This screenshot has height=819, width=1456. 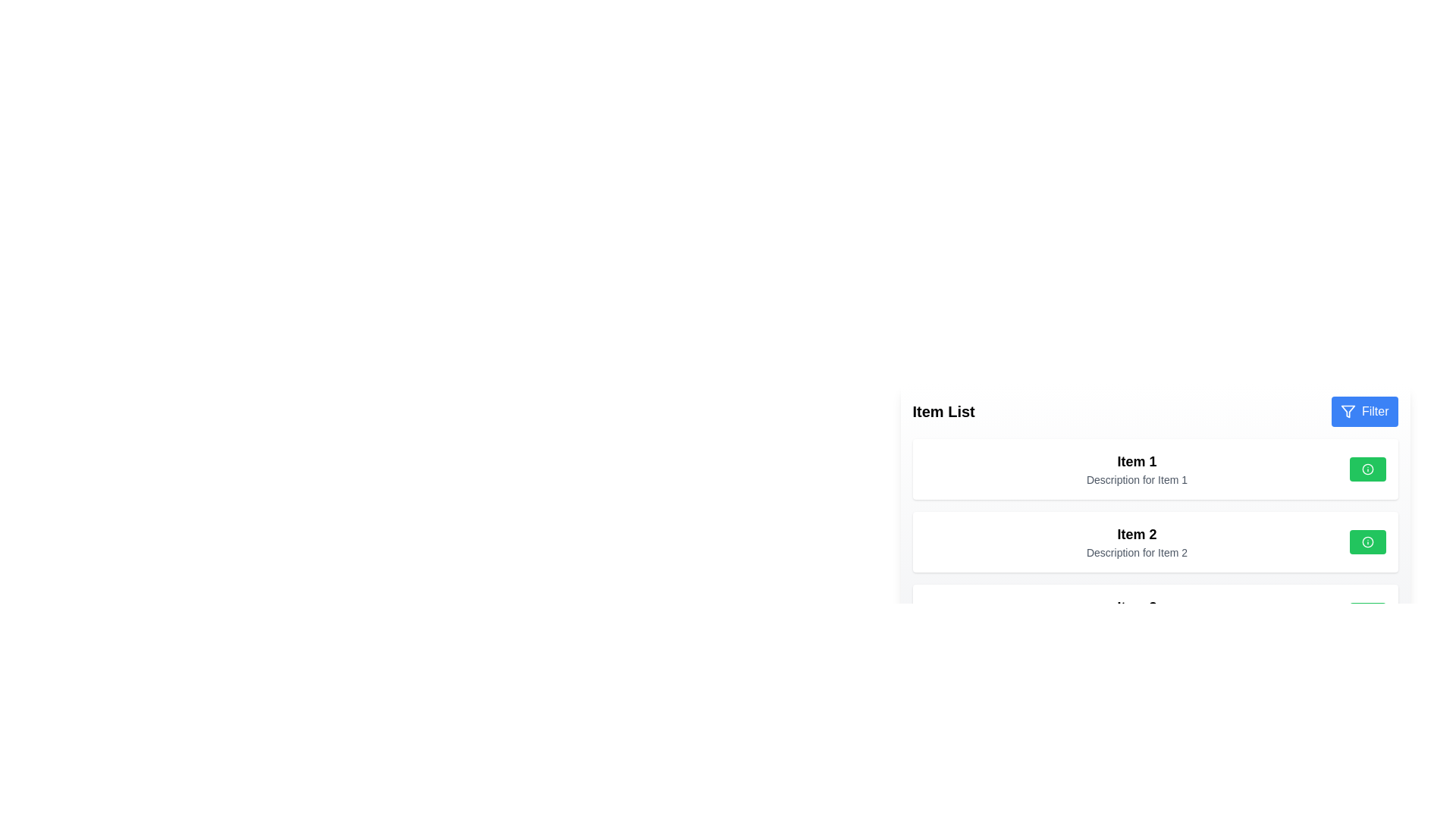 What do you see at coordinates (1367, 468) in the screenshot?
I see `the circular icon with a hollow center located at the right side of the green button in the first item card labeled 'Item 1'` at bounding box center [1367, 468].